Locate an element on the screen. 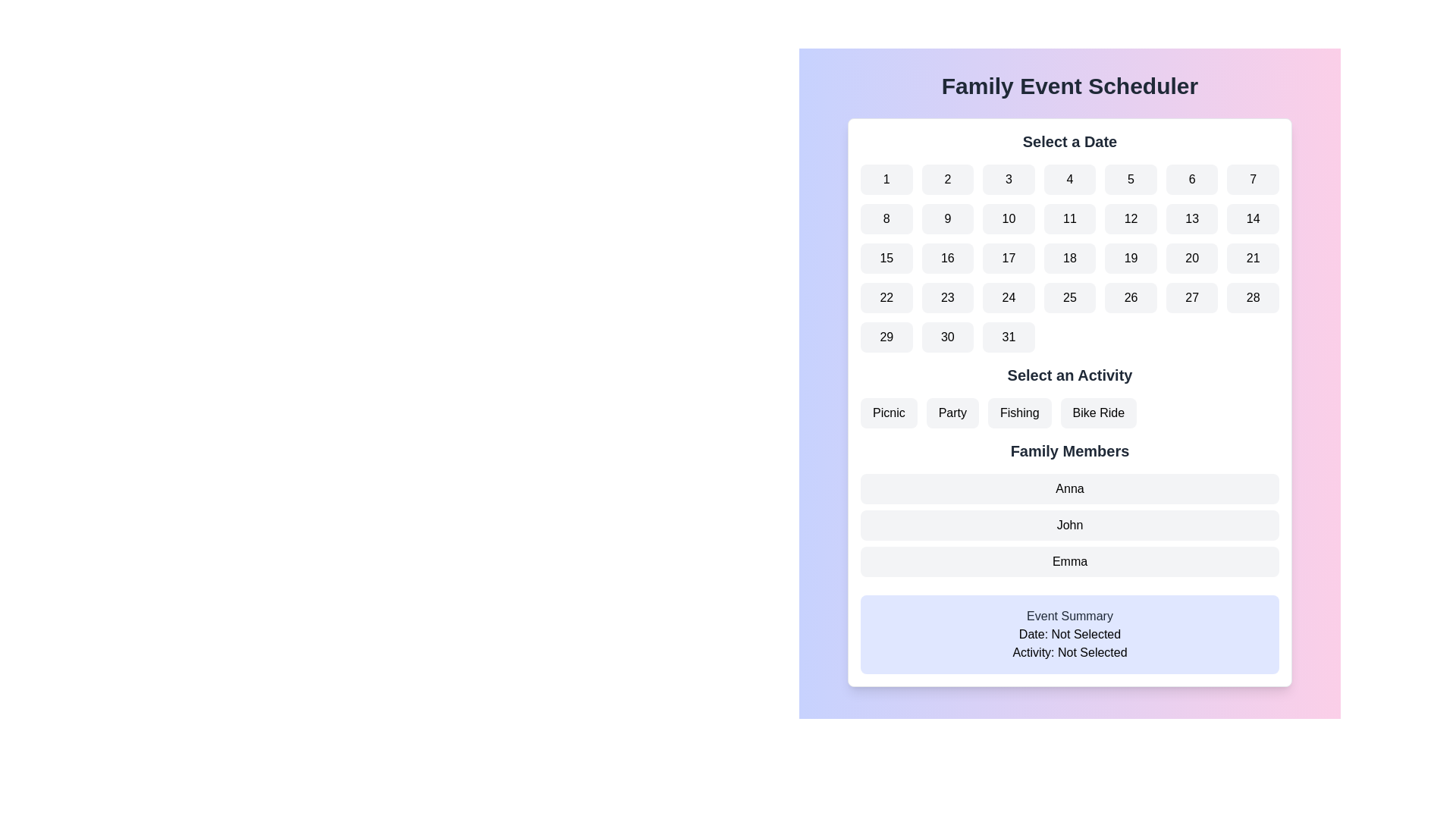  the button representing the date '31' in the calendar interface is located at coordinates (1009, 336).